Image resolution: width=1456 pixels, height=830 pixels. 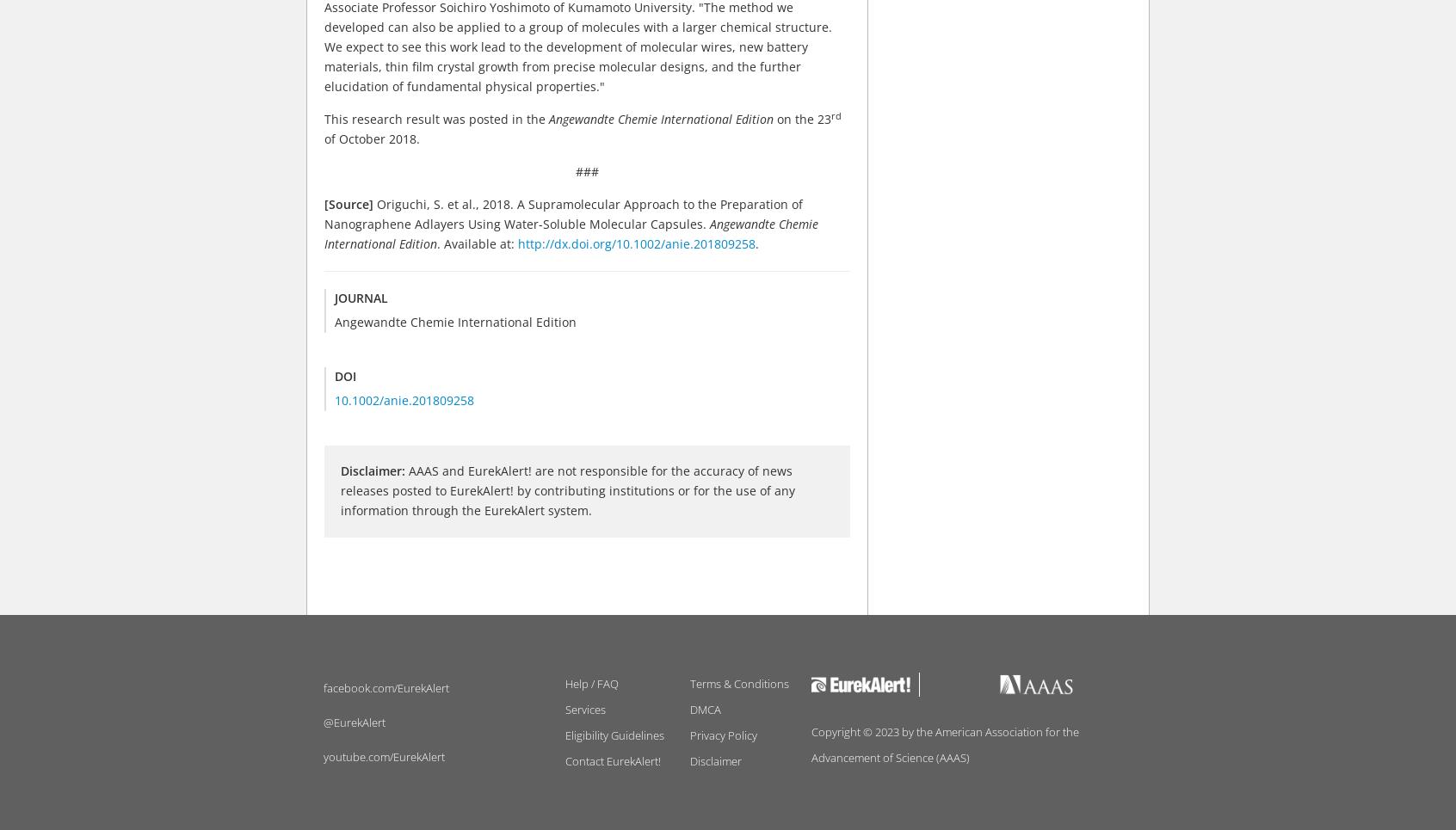 What do you see at coordinates (355, 722) in the screenshot?
I see `'@EurekAlert'` at bounding box center [355, 722].